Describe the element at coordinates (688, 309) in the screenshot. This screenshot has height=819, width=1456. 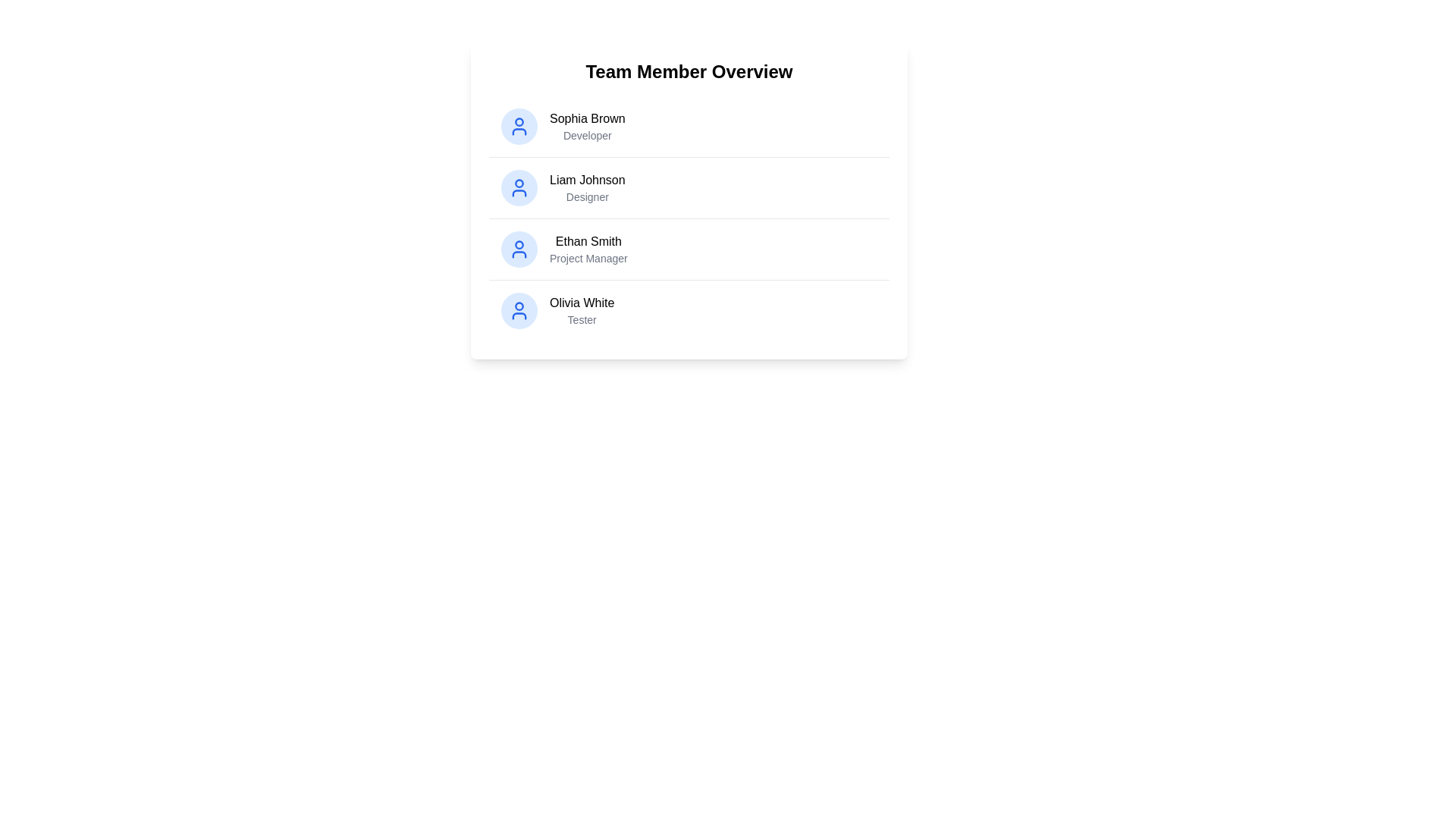
I see `the fourth list item in the 'Team Member Overview' section, which displays the details of Olivia White` at that location.